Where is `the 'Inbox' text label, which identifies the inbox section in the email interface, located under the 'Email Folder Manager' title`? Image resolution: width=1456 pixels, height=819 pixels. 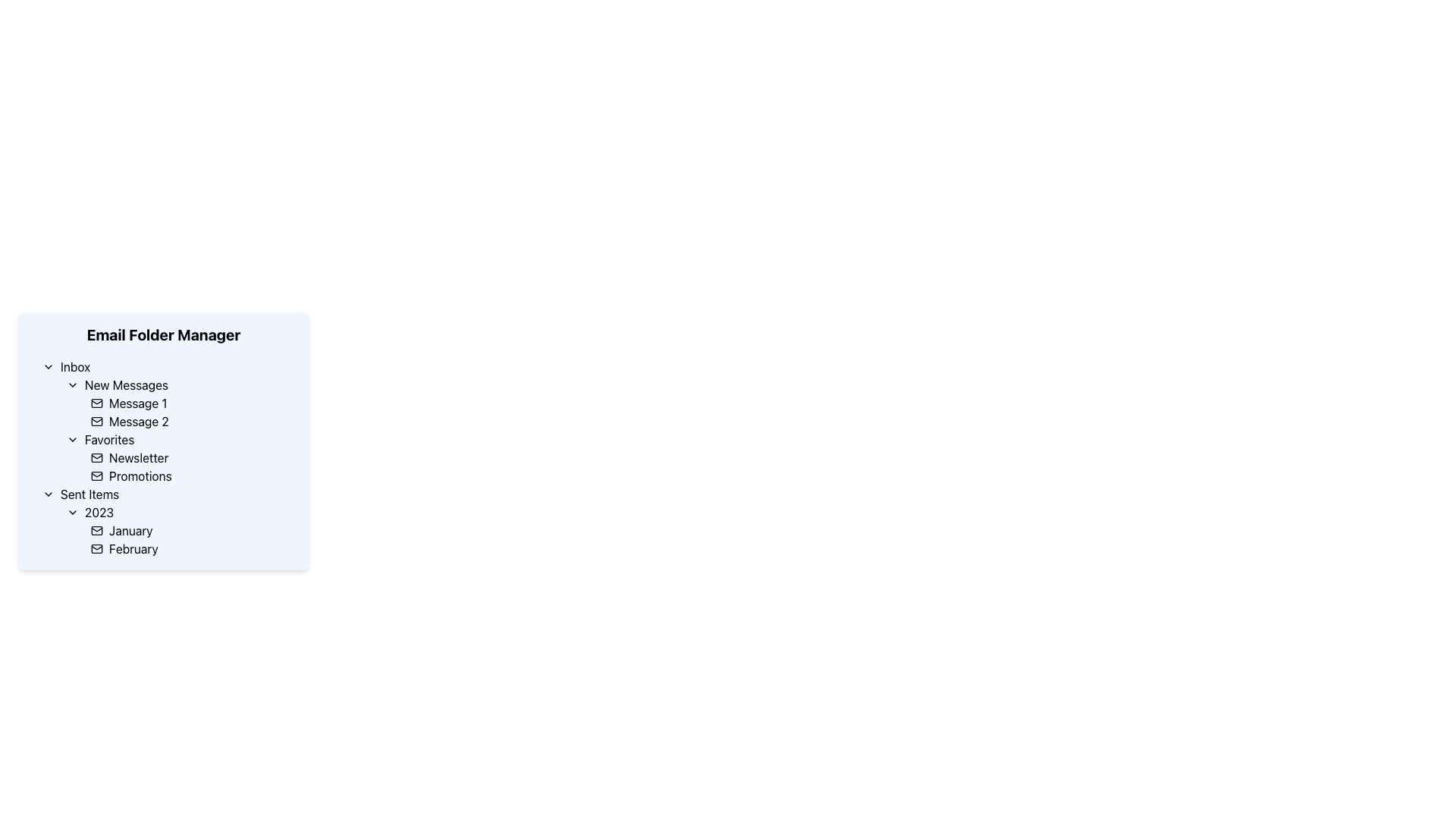
the 'Inbox' text label, which identifies the inbox section in the email interface, located under the 'Email Folder Manager' title is located at coordinates (74, 366).